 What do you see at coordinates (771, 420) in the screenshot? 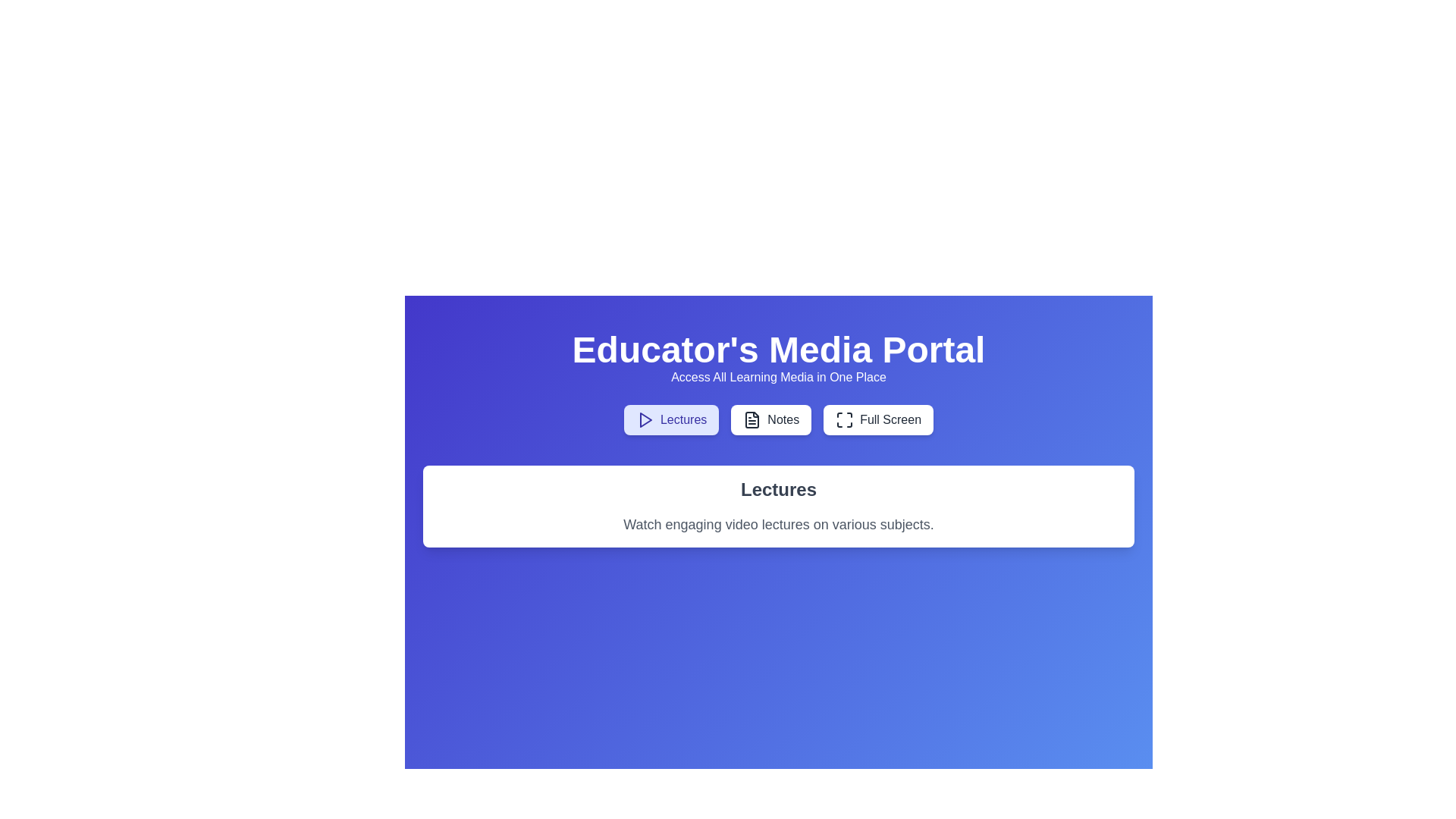
I see `the button labeled Notes to observe its hover effect` at bounding box center [771, 420].